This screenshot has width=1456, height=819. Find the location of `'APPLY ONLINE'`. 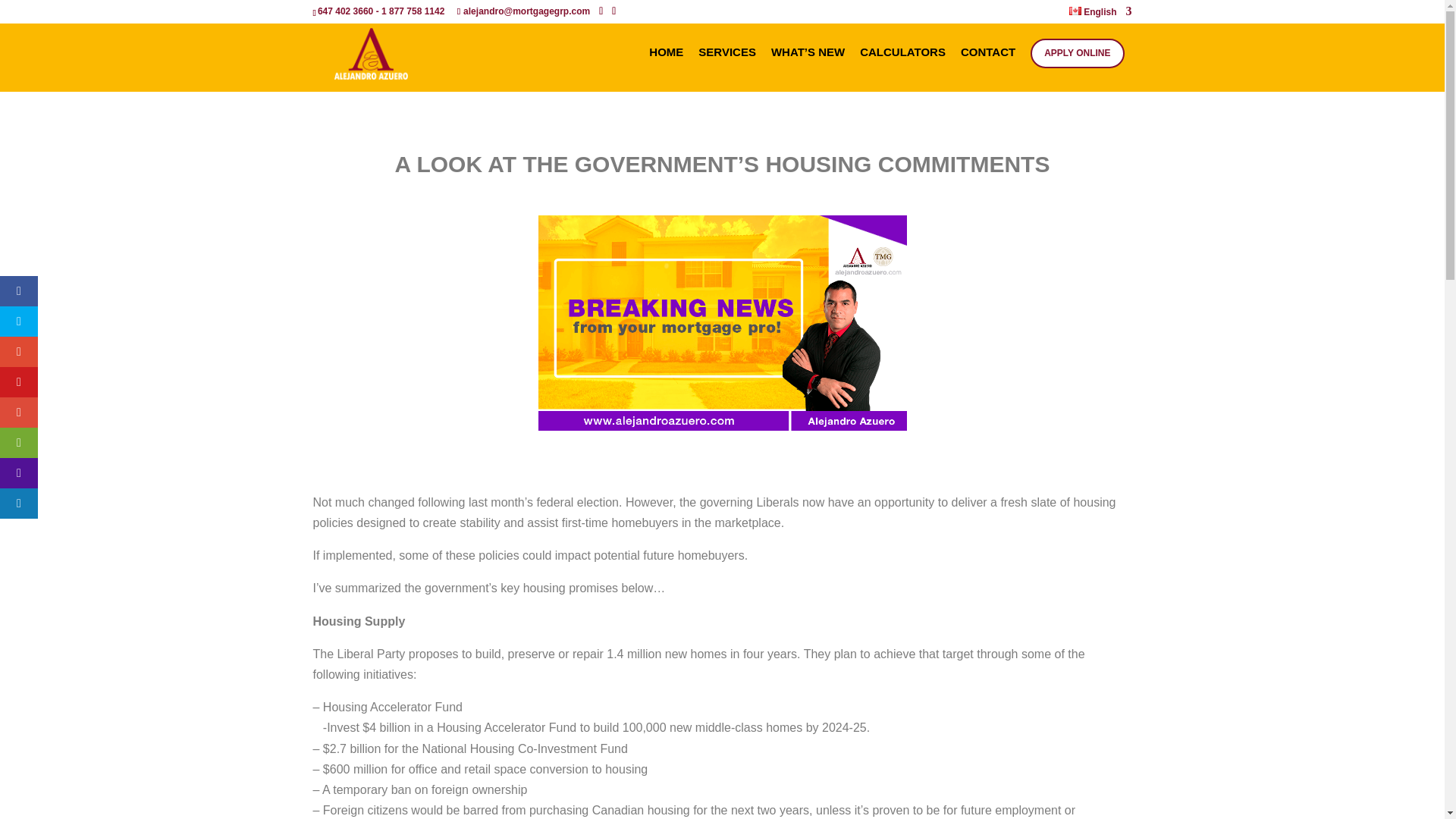

'APPLY ONLINE' is located at coordinates (1076, 52).